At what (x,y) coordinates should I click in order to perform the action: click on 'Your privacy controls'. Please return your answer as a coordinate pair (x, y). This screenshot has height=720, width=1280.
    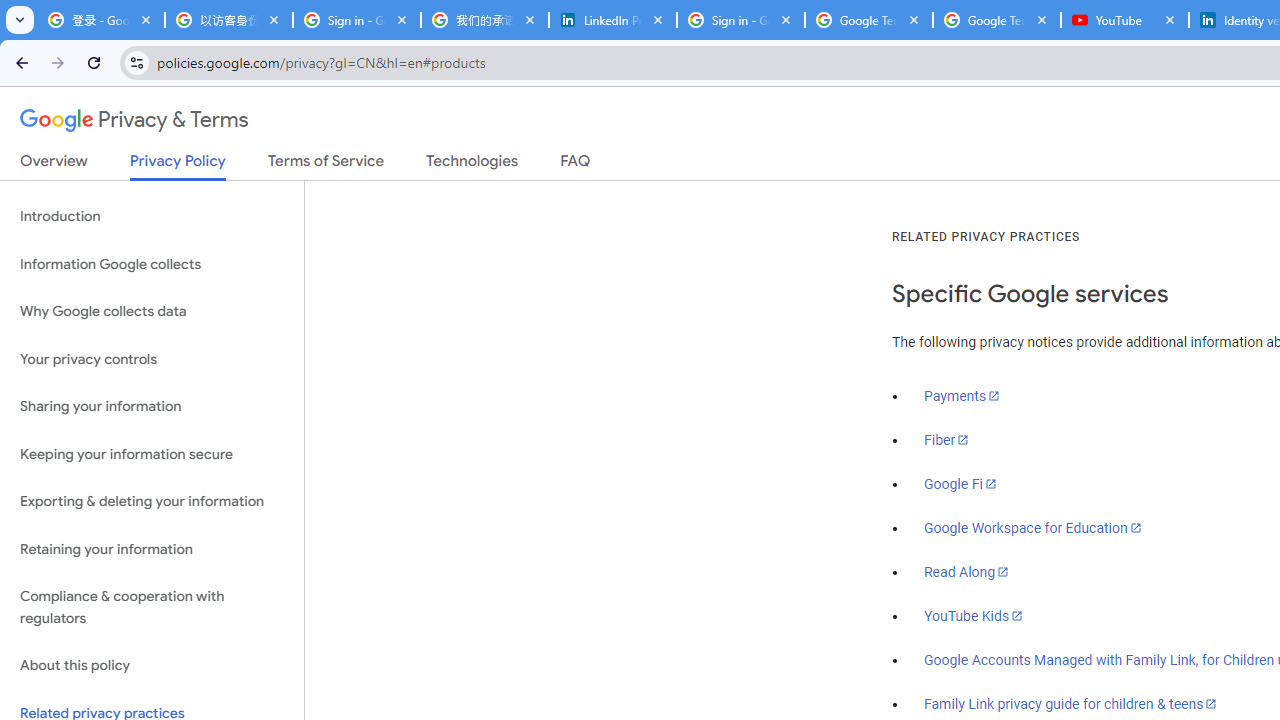
    Looking at the image, I should click on (151, 358).